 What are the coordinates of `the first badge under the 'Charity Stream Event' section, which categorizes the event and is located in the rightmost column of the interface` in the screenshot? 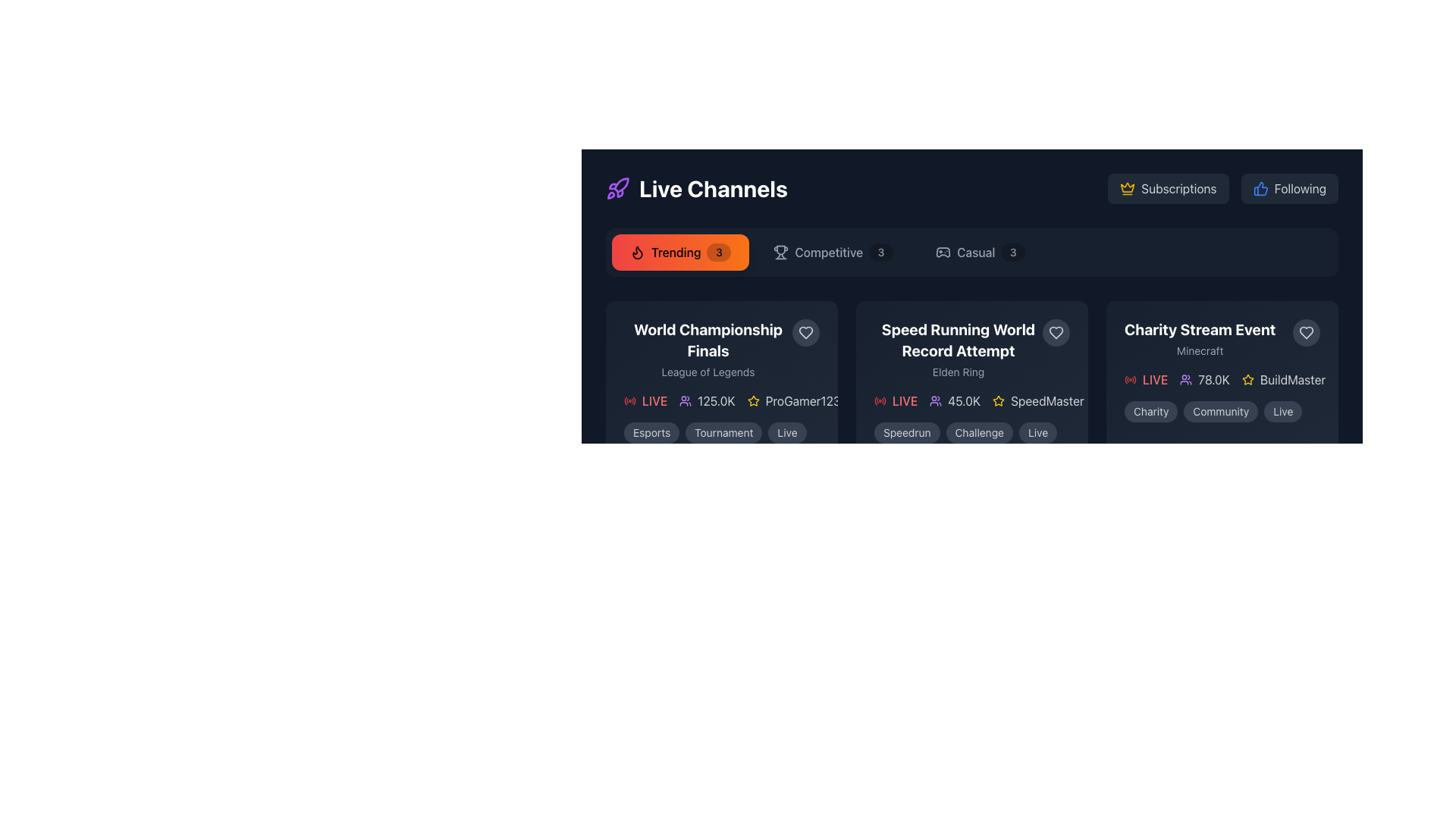 It's located at (1151, 412).